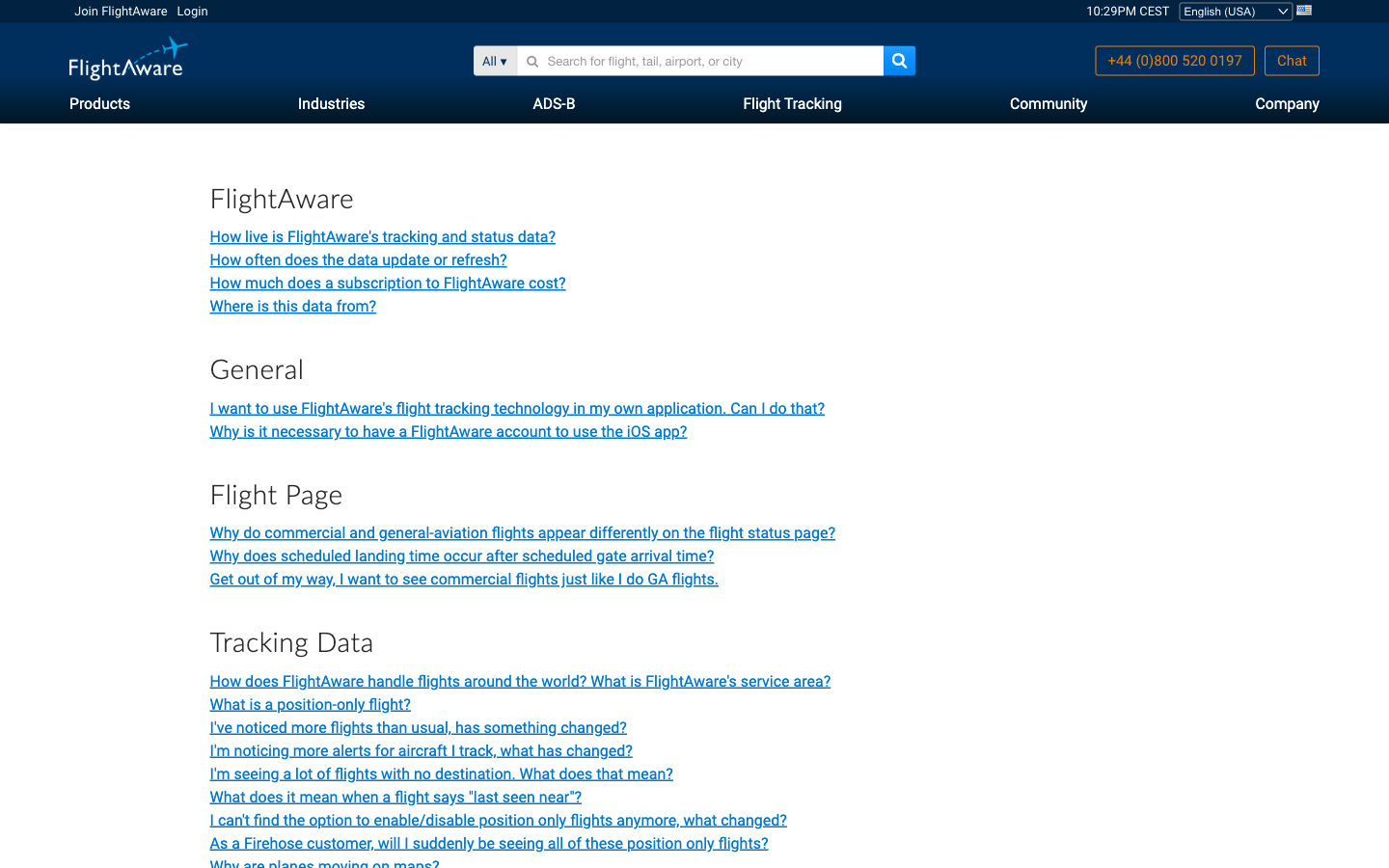 The height and width of the screenshot is (868, 1389). Describe the element at coordinates (310, 703) in the screenshot. I see `Search for data on position-only flight` at that location.